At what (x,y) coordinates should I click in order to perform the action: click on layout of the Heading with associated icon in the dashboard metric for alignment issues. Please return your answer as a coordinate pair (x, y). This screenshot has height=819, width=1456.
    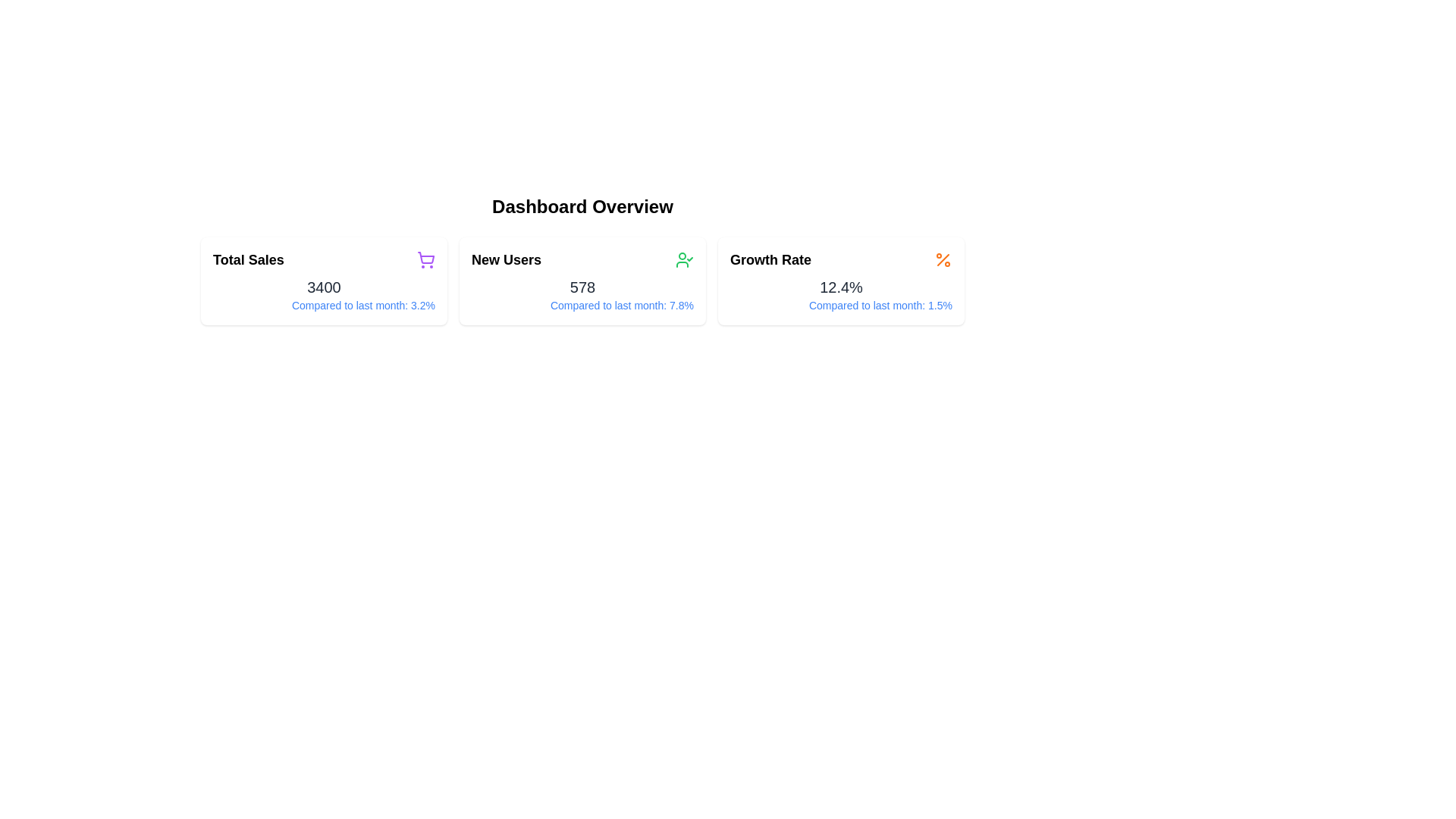
    Looking at the image, I should click on (323, 259).